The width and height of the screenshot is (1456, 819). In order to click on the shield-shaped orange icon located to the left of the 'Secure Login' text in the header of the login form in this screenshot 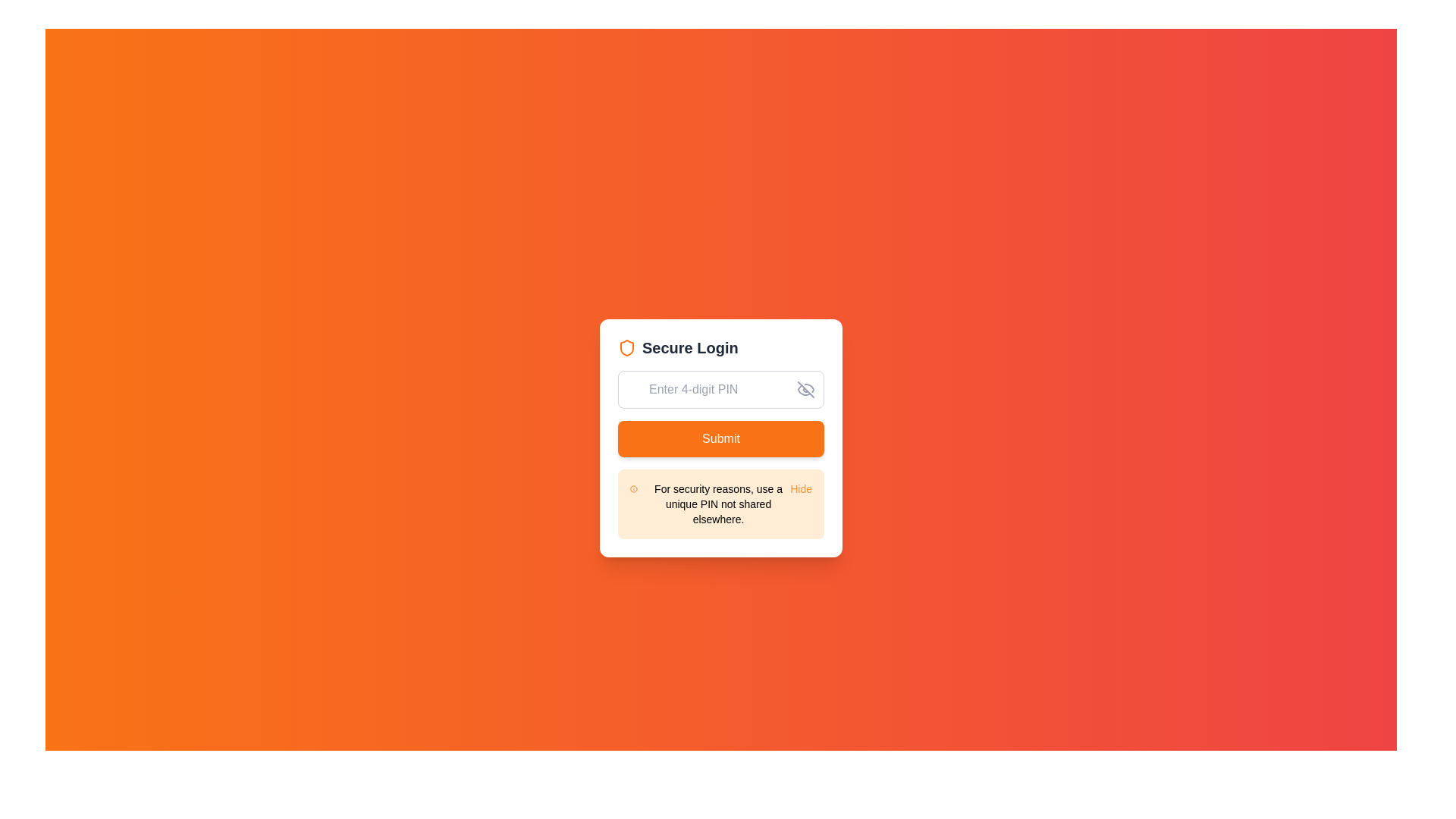, I will do `click(626, 348)`.